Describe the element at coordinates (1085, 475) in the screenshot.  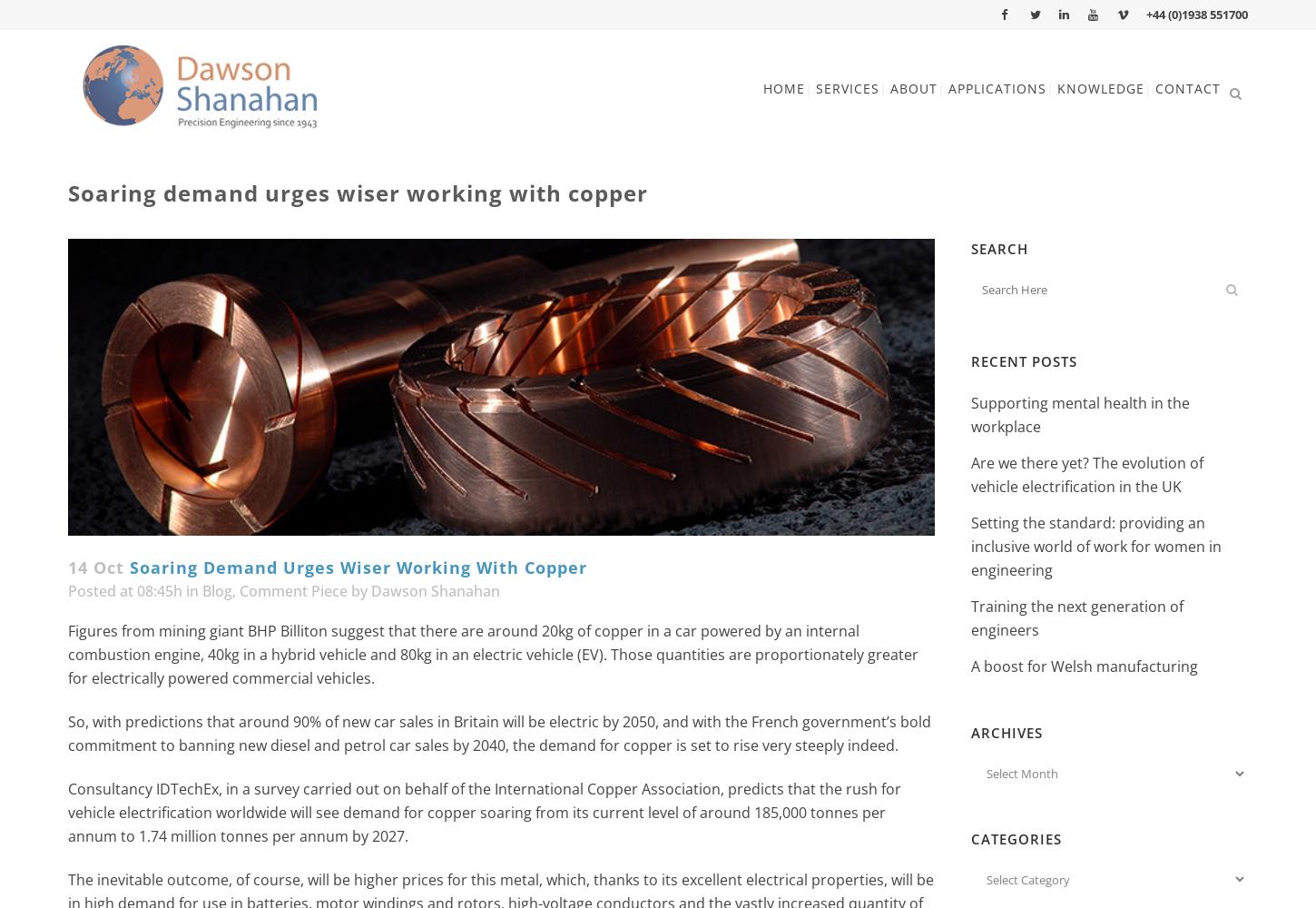
I see `'Are we there yet? The evolution of vehicle electrification in the UK'` at that location.